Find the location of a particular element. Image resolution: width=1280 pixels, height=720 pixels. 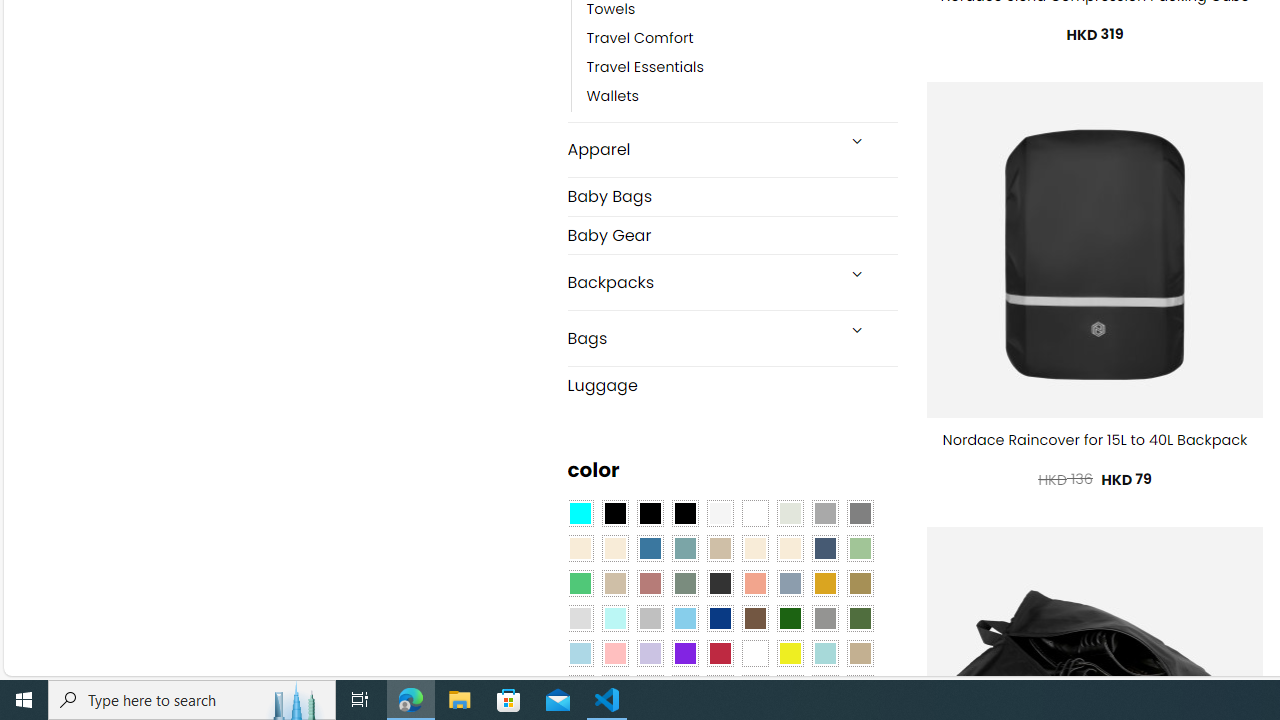

'All Gray' is located at coordinates (860, 513).